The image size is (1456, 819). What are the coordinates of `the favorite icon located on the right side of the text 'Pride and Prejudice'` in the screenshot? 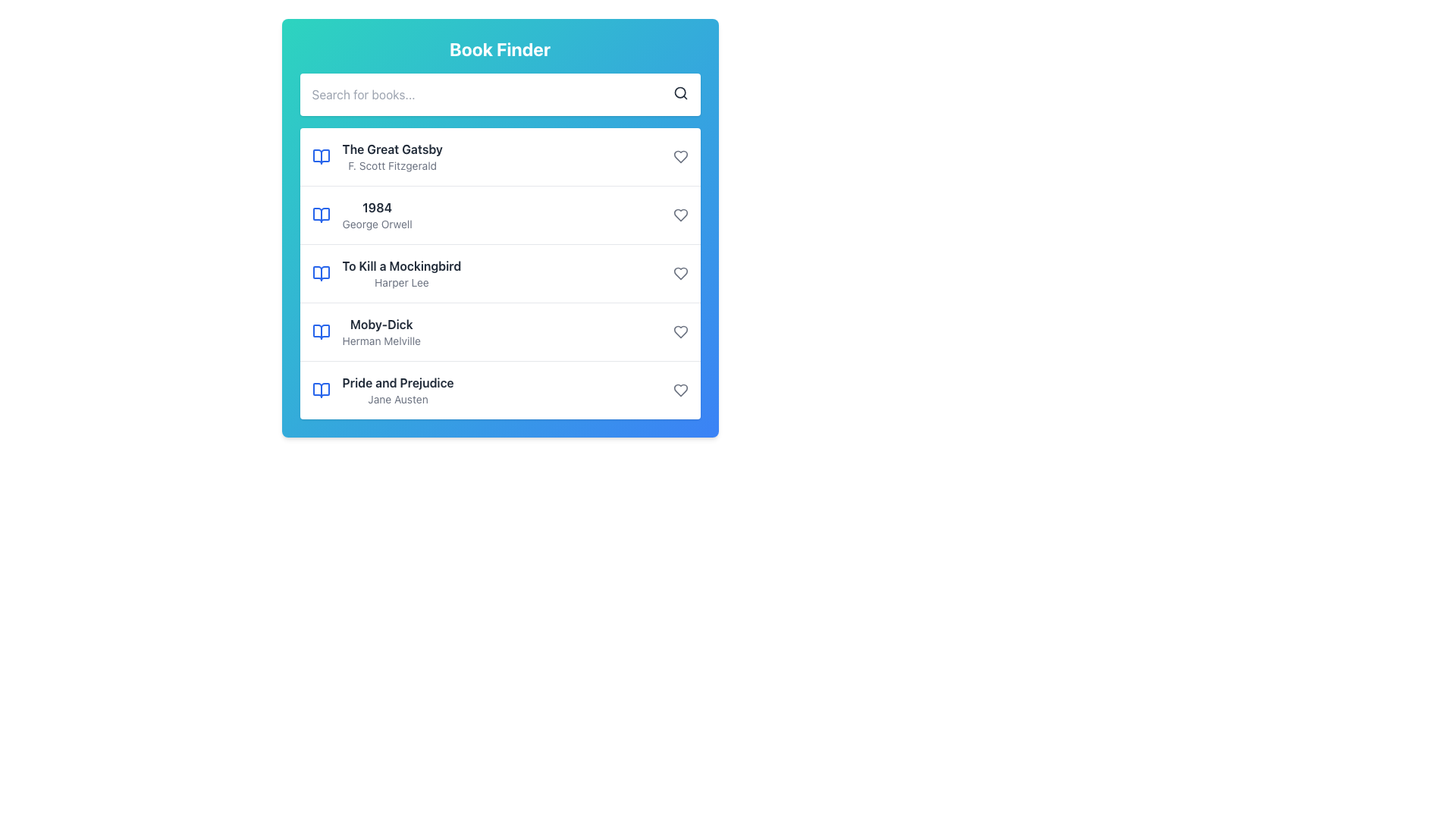 It's located at (679, 390).